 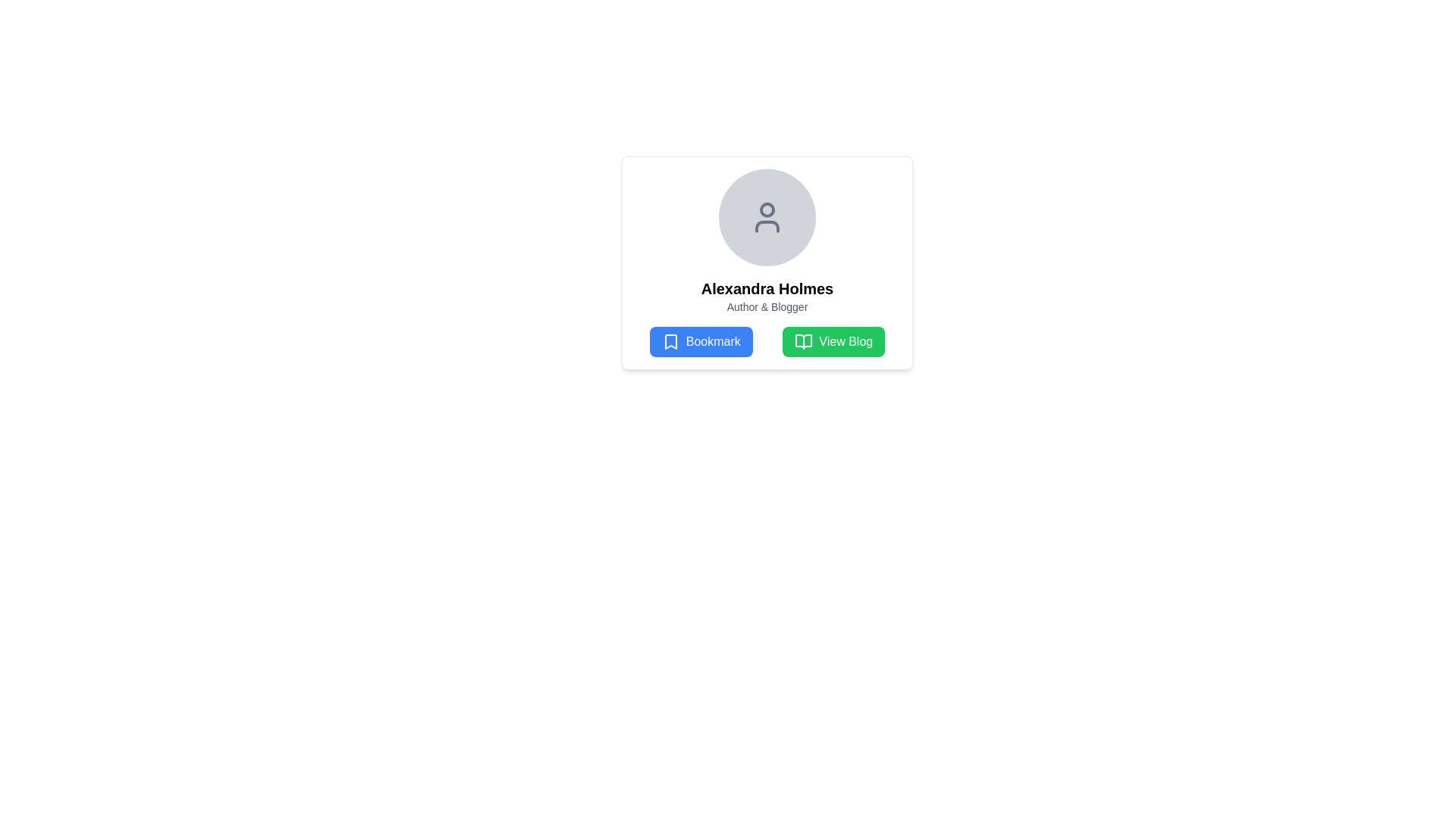 What do you see at coordinates (670, 342) in the screenshot?
I see `the decorative bookmark icon within the 'Bookmark' button located below the profile card for 'Alexandra Holmes'` at bounding box center [670, 342].